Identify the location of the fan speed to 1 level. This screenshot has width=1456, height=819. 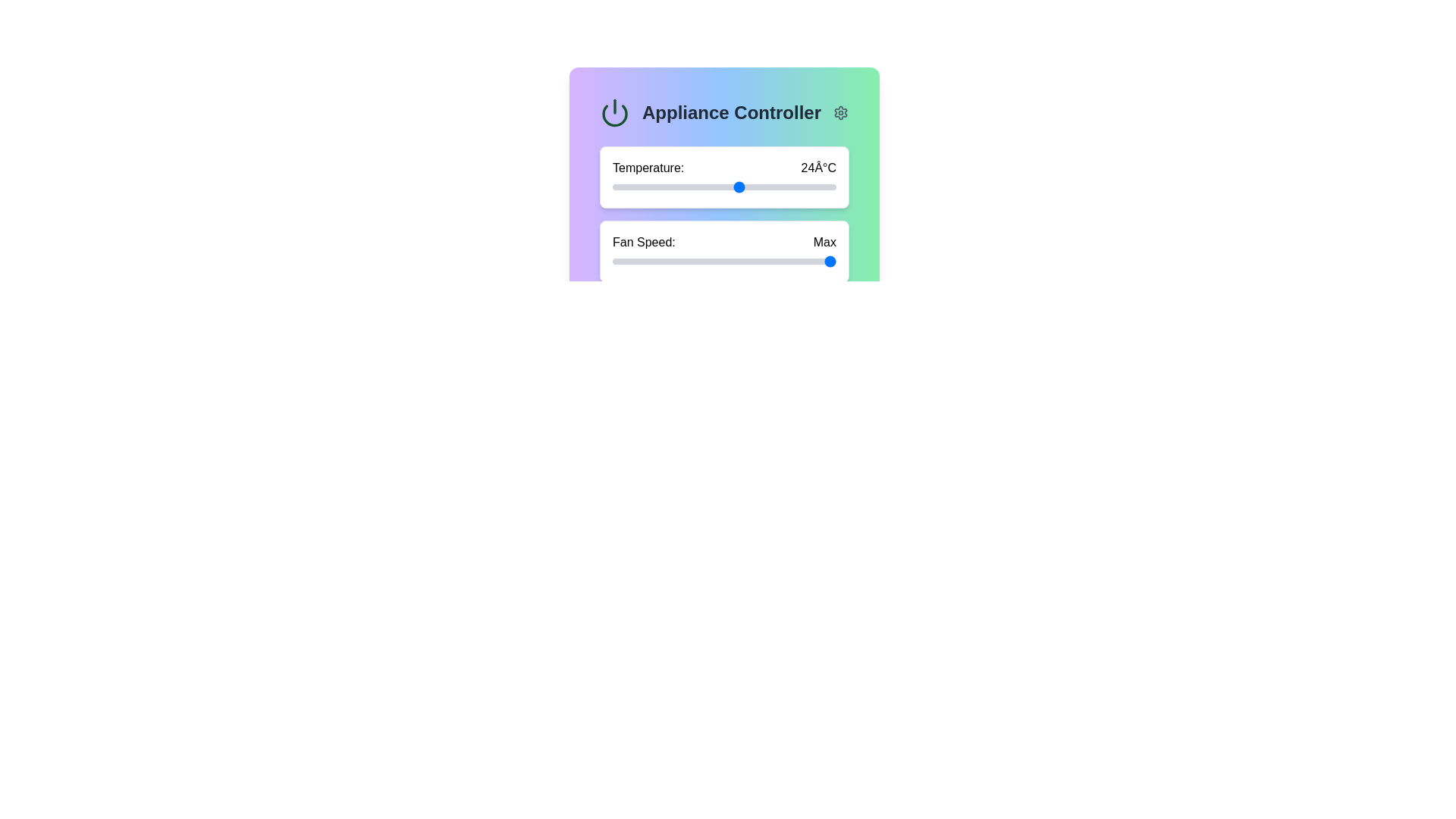
(686, 260).